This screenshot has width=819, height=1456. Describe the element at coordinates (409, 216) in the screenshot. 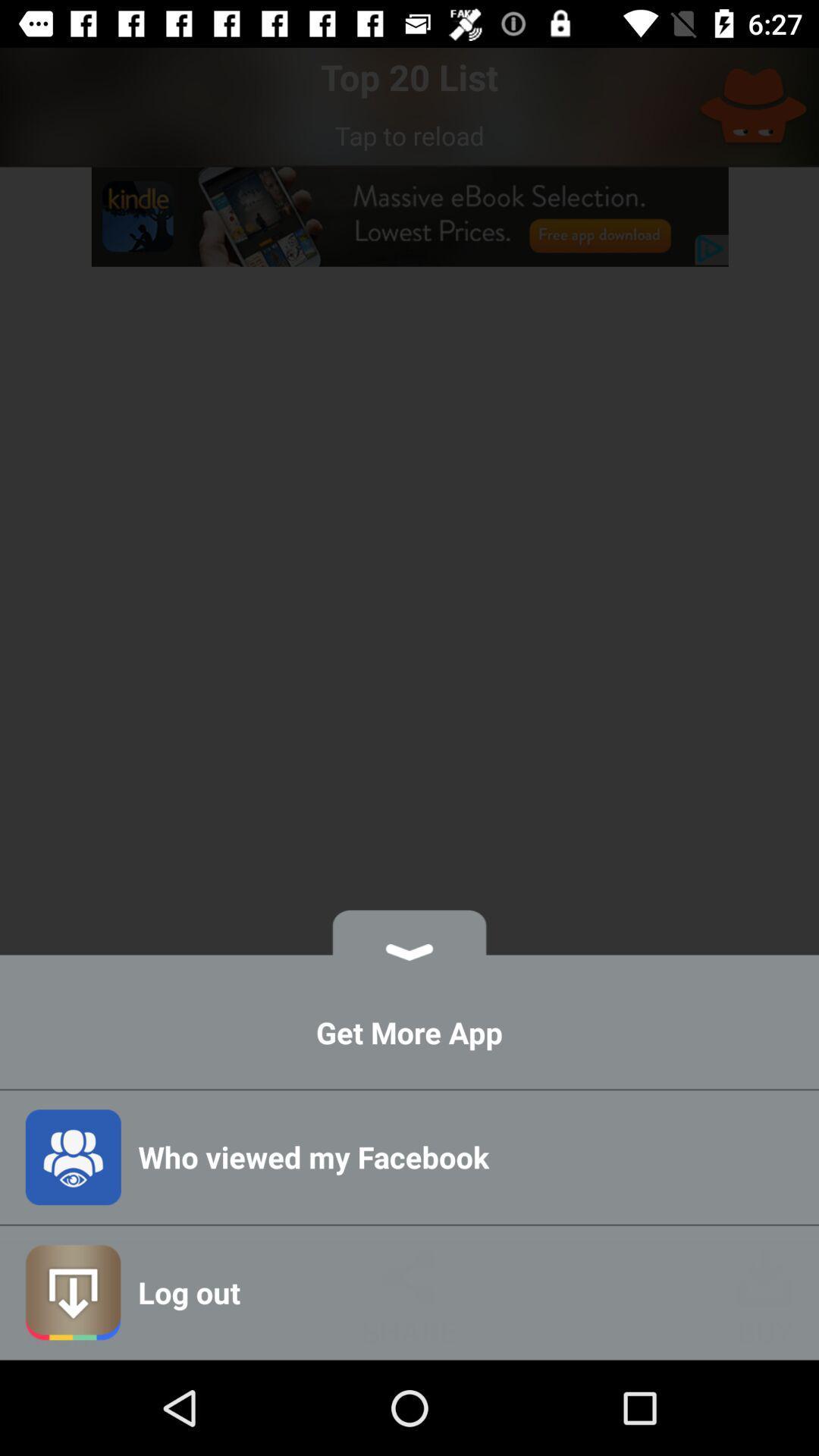

I see `icon below the tap to reload item` at that location.